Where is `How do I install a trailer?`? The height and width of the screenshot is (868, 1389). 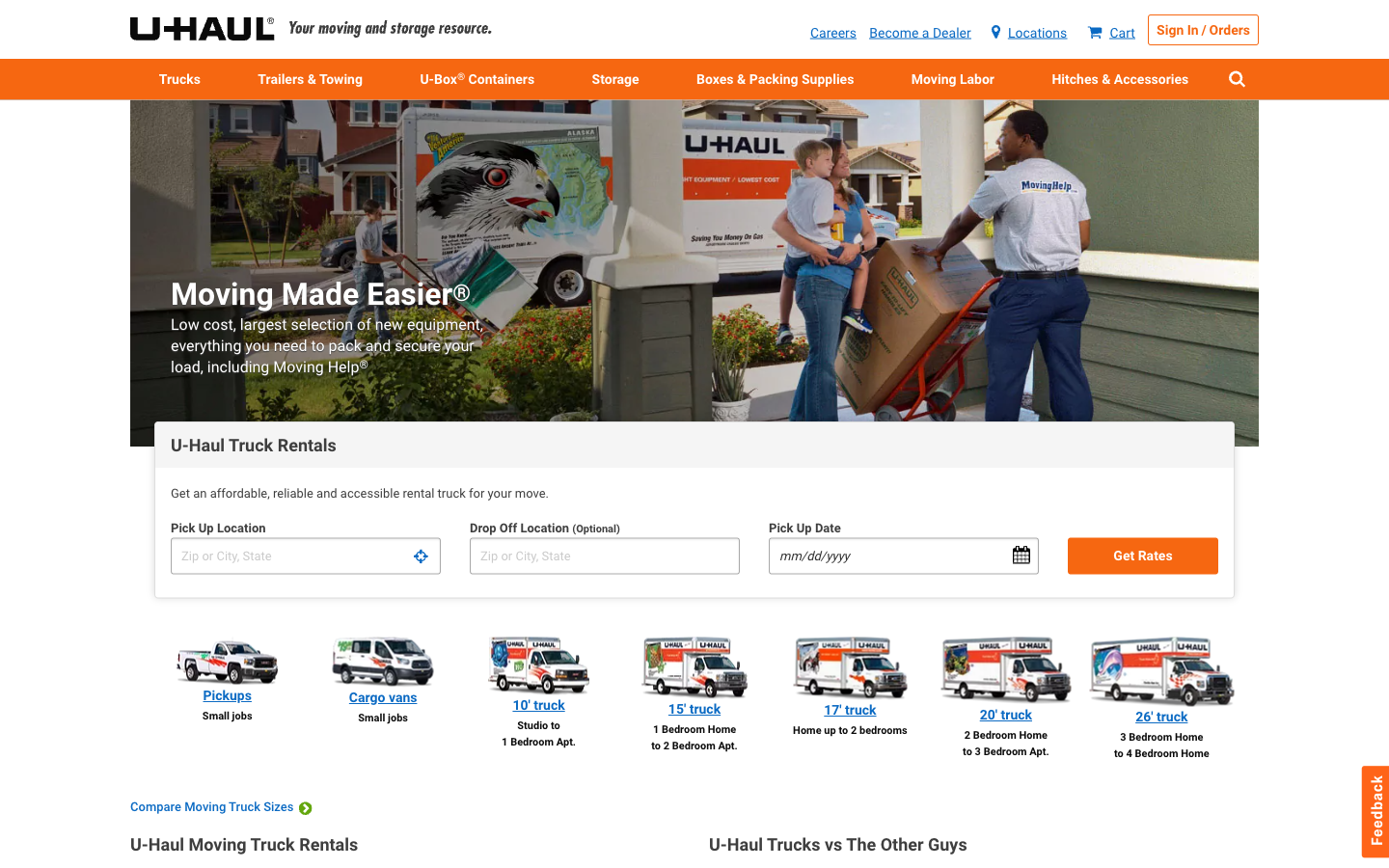 How do I install a trailer? is located at coordinates (1120, 77).